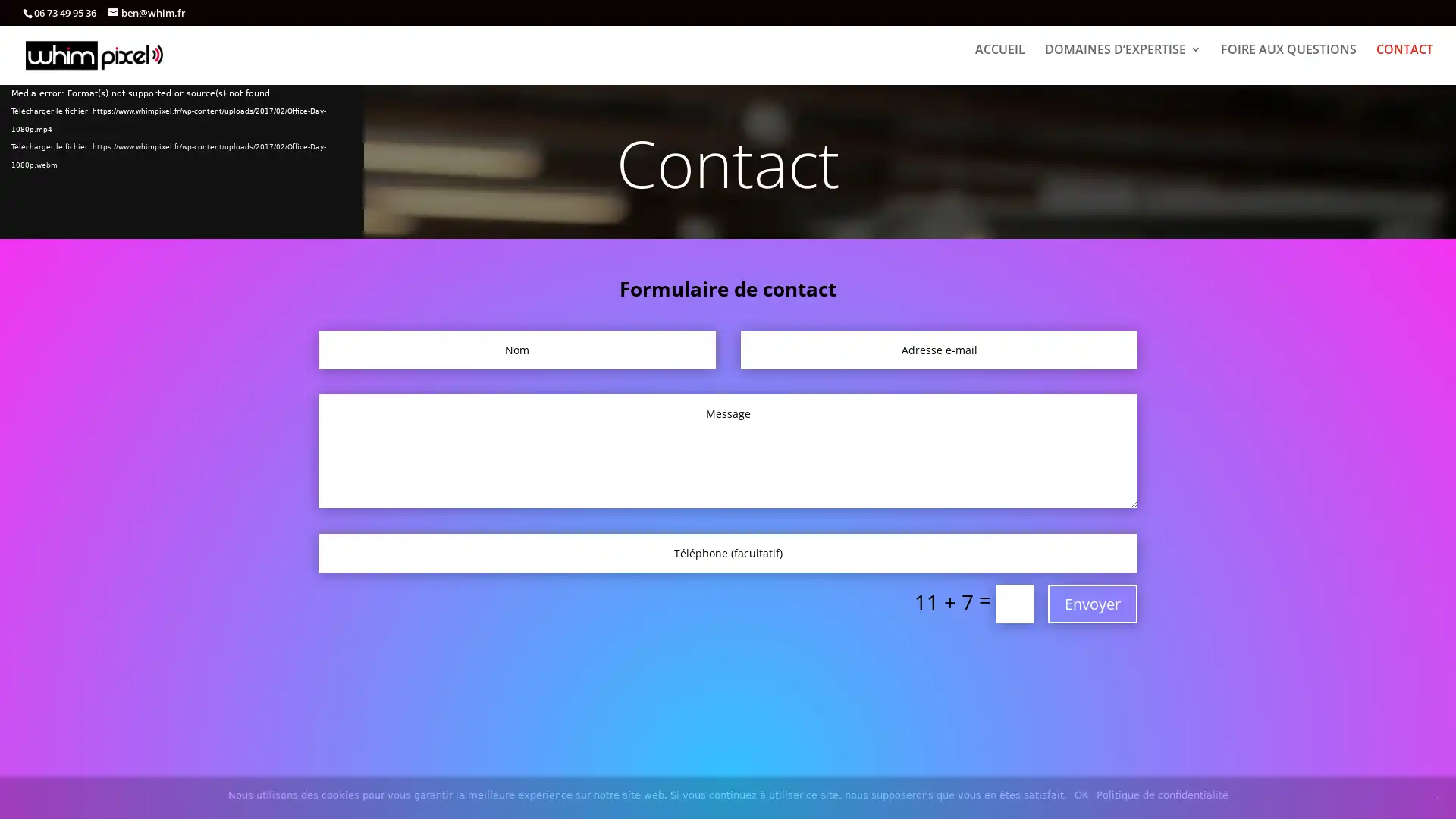  I want to click on Envoyer, so click(1092, 602).